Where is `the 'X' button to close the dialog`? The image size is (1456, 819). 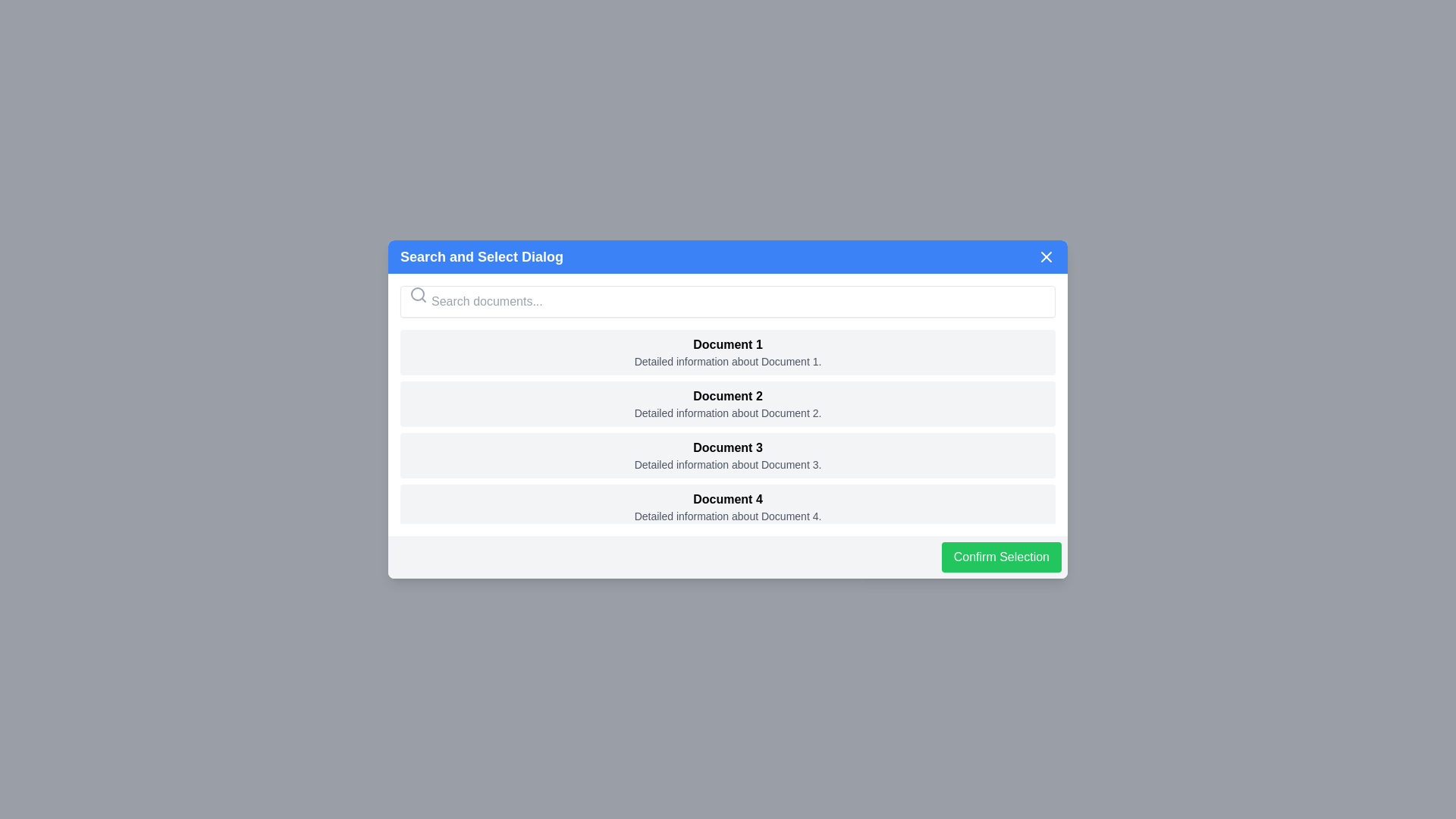 the 'X' button to close the dialog is located at coordinates (1046, 256).